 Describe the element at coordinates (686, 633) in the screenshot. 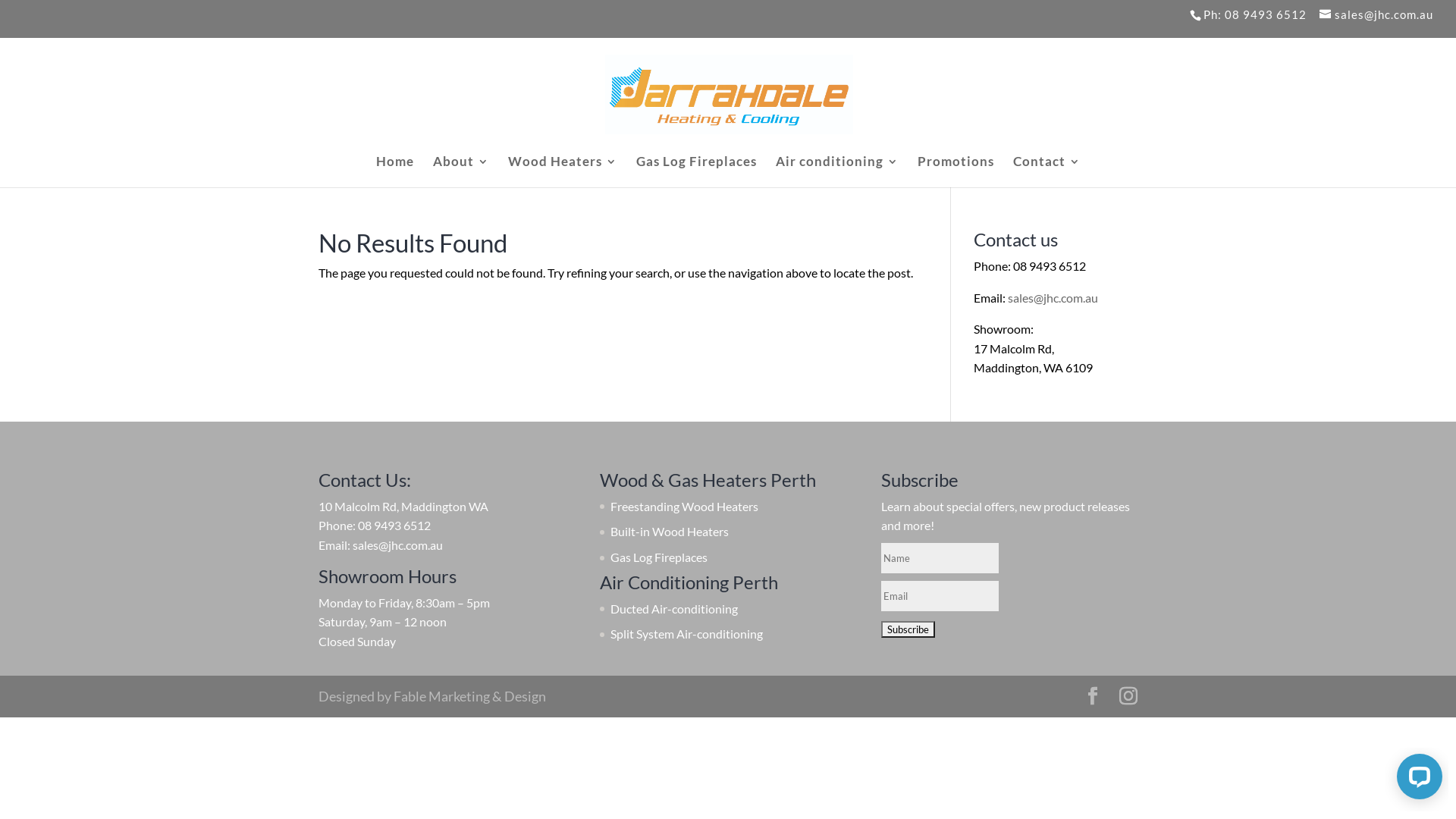

I see `'Split System Air-conditioning'` at that location.